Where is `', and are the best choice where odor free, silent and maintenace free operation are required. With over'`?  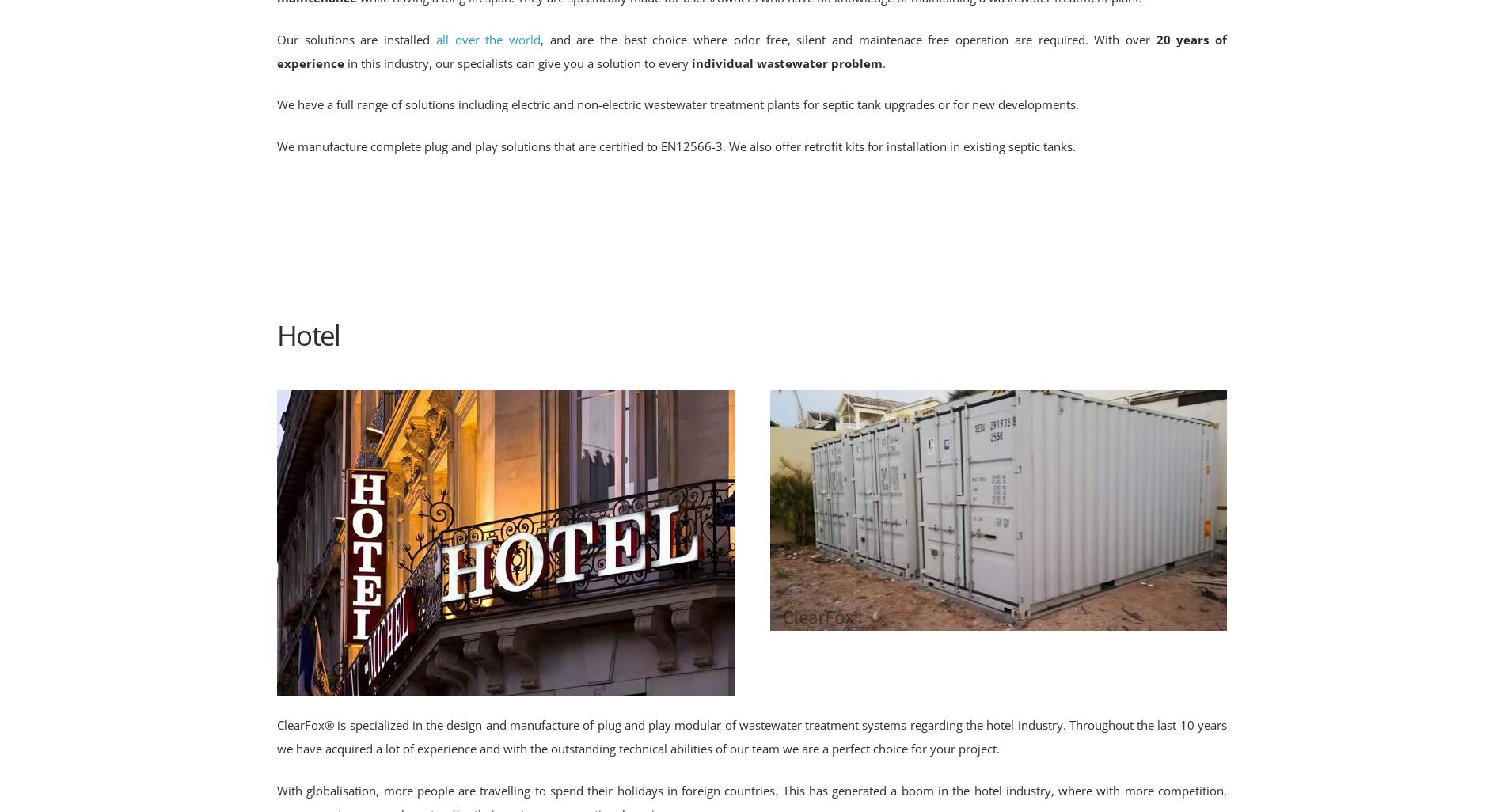 ', and are the best choice where odor free, silent and maintenace free operation are required. With over' is located at coordinates (848, 39).